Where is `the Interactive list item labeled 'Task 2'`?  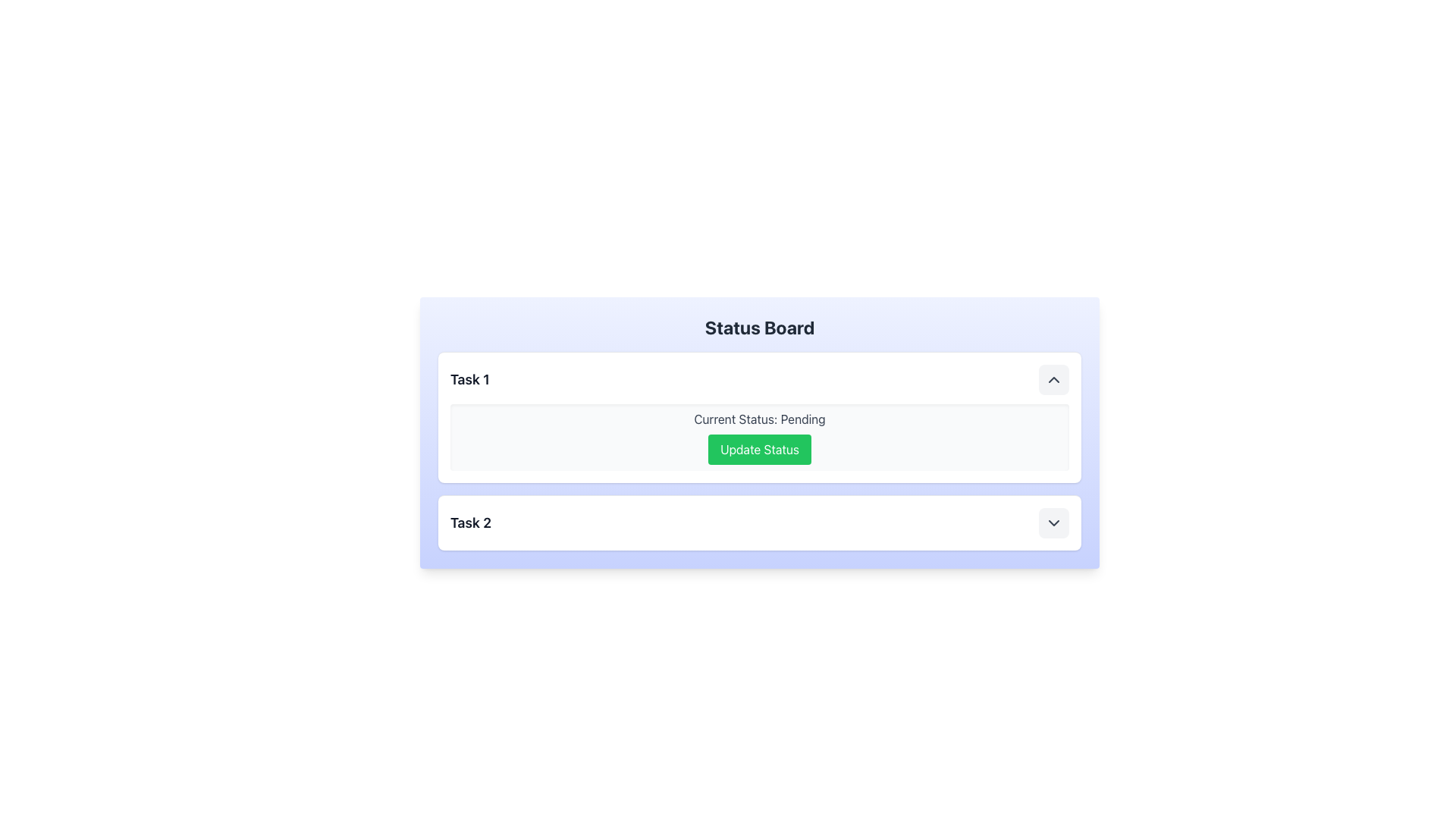
the Interactive list item labeled 'Task 2' is located at coordinates (760, 522).